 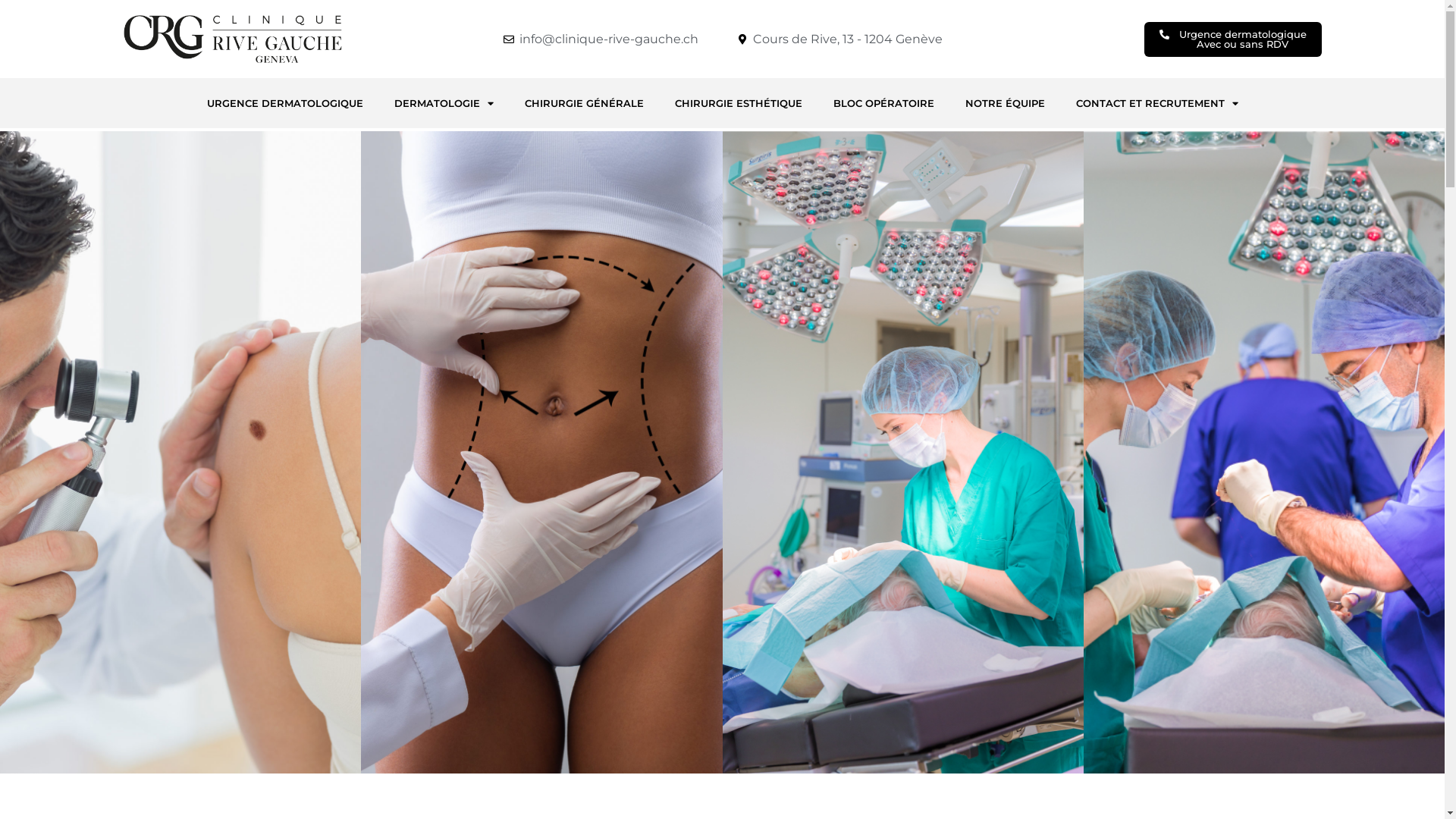 What do you see at coordinates (1059, 102) in the screenshot?
I see `'CONTACT ET RECRUTEMENT'` at bounding box center [1059, 102].